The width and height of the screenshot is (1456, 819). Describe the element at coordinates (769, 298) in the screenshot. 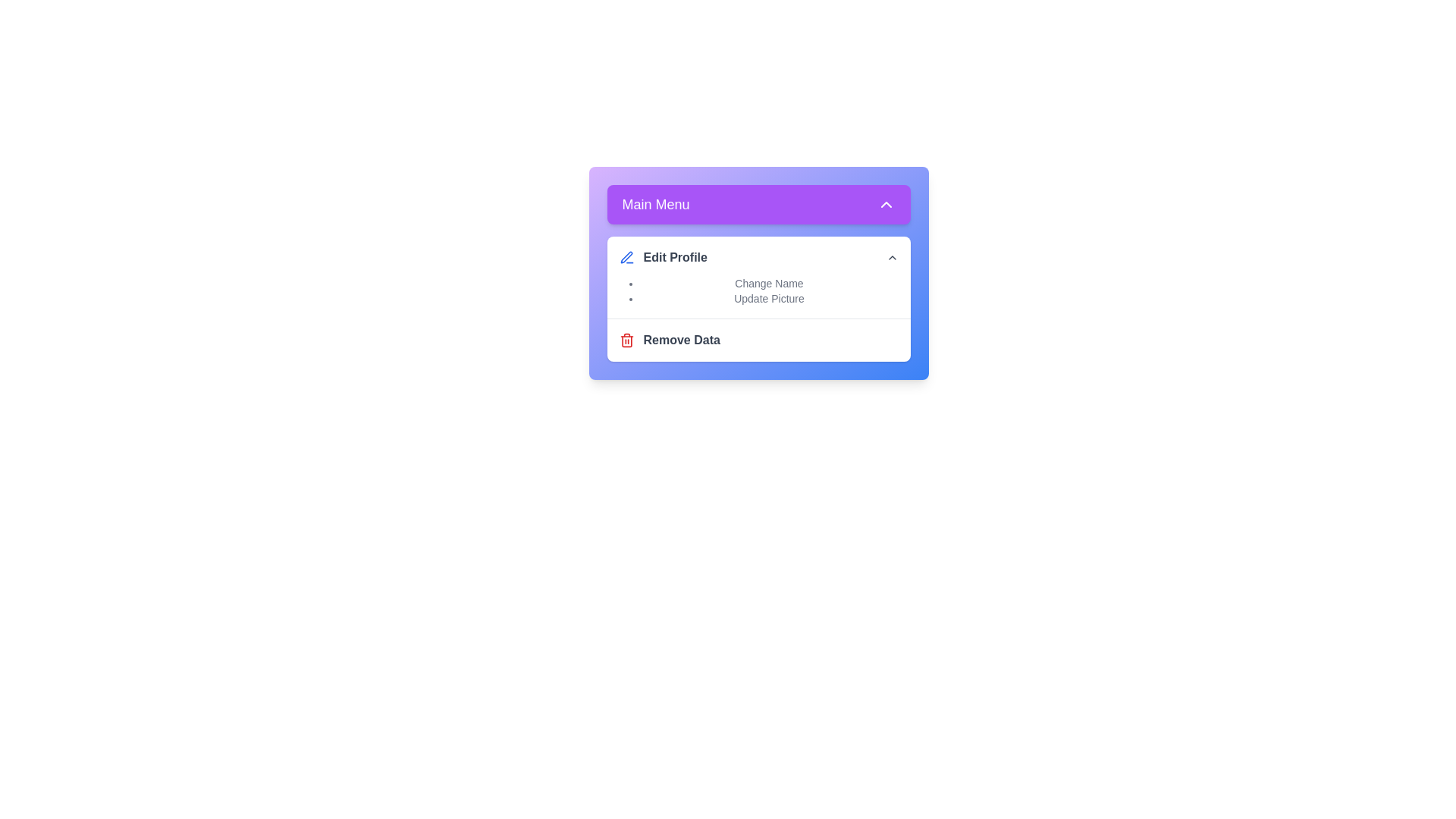

I see `the 'Update Picture' option in the submenu` at that location.